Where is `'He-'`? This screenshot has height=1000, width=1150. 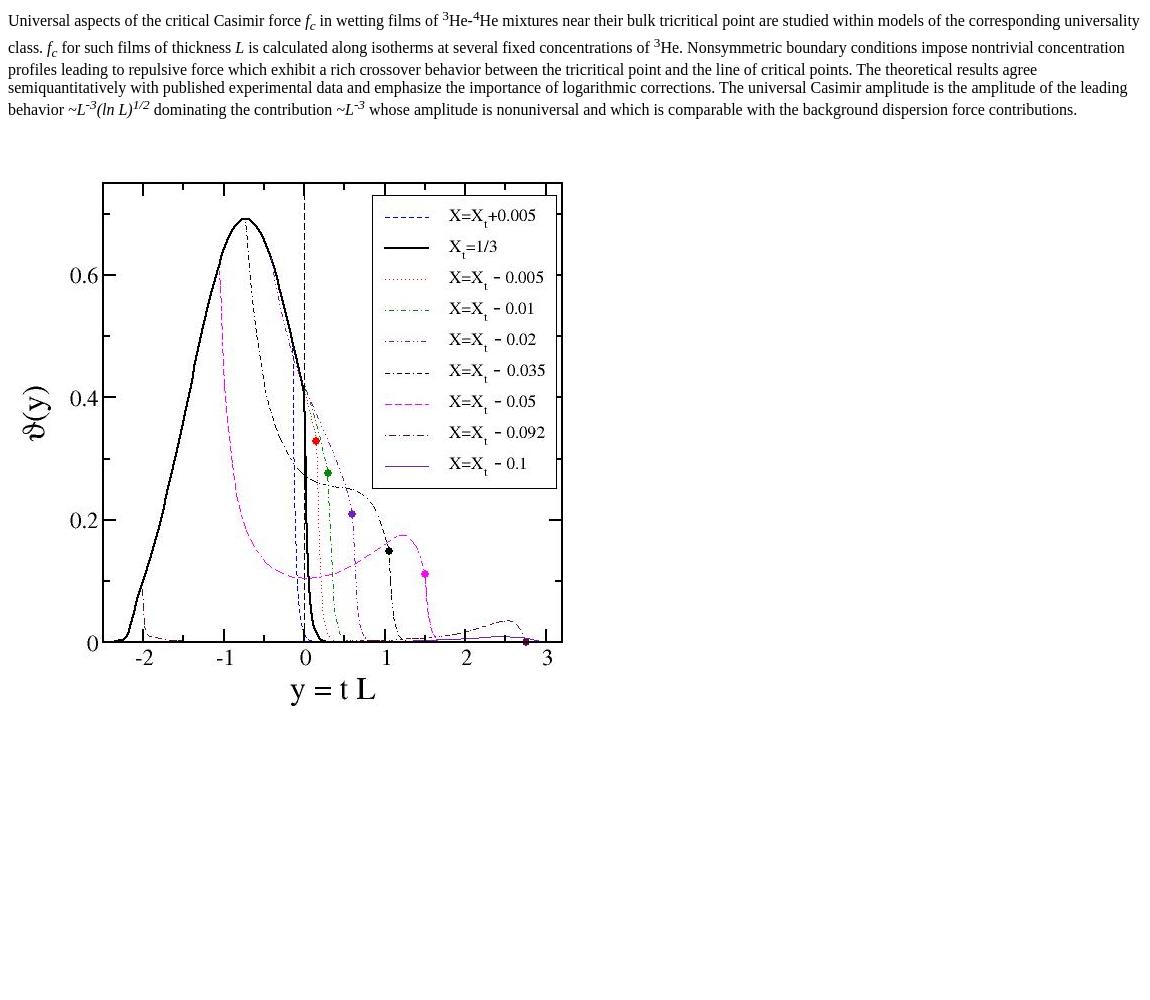 'He-' is located at coordinates (460, 20).